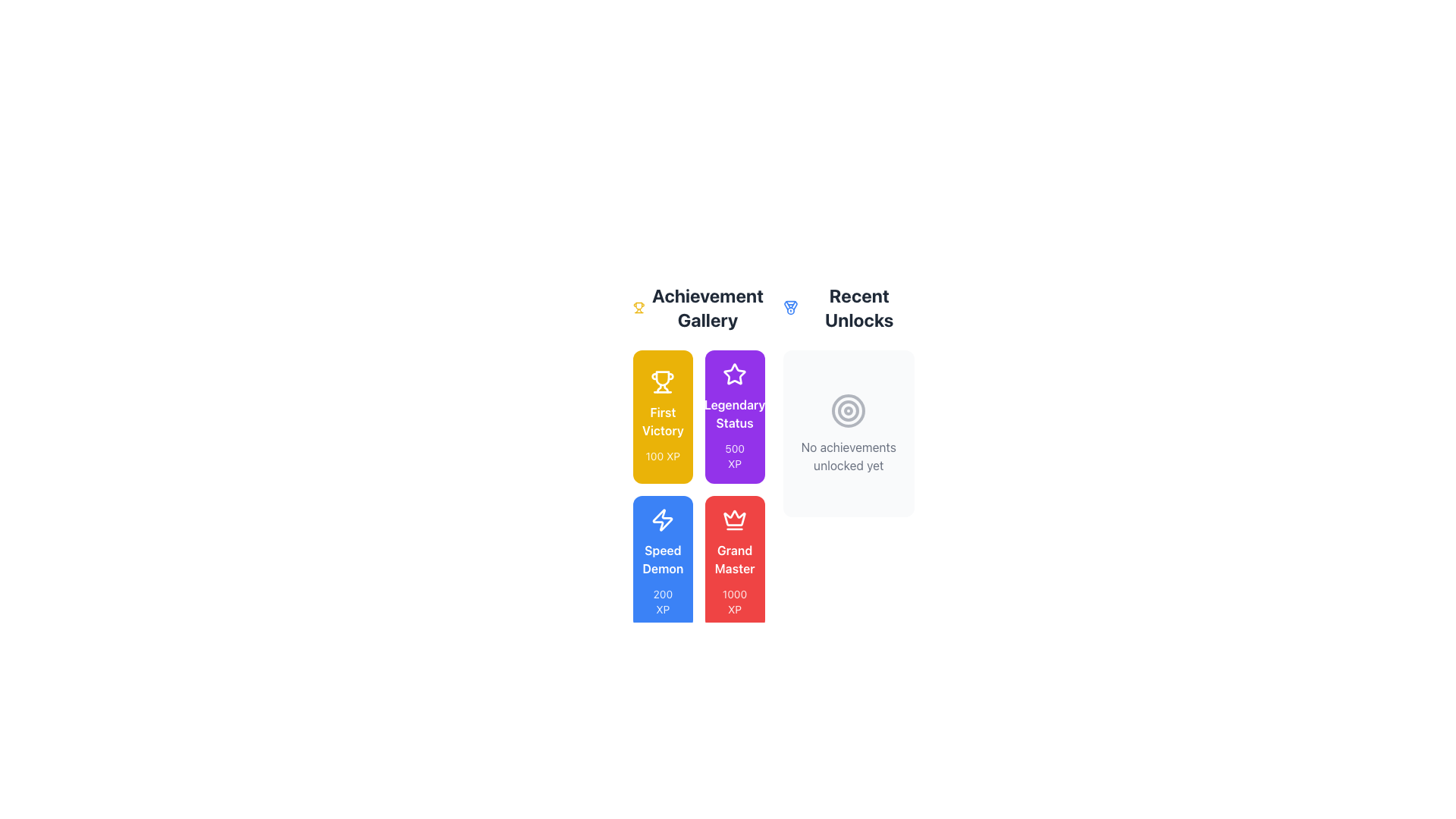 Image resolution: width=1456 pixels, height=819 pixels. I want to click on the text label indicating that no achievements have been unlocked yet, located in the 'Recent Unlocks' section beneath the circular target icon, so click(848, 455).